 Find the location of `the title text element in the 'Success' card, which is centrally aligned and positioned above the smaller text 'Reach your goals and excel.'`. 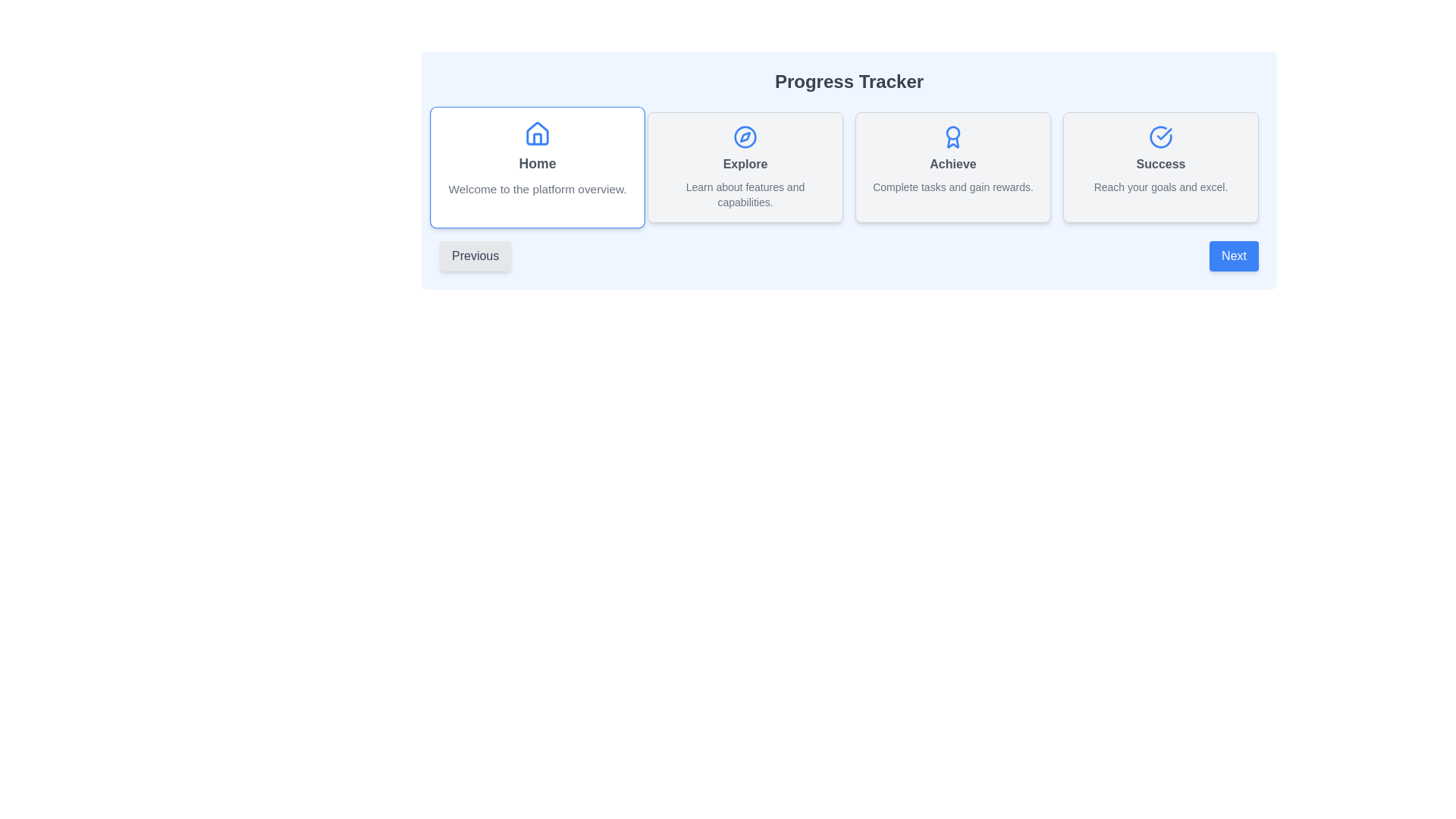

the title text element in the 'Success' card, which is centrally aligned and positioned above the smaller text 'Reach your goals and excel.' is located at coordinates (1160, 164).